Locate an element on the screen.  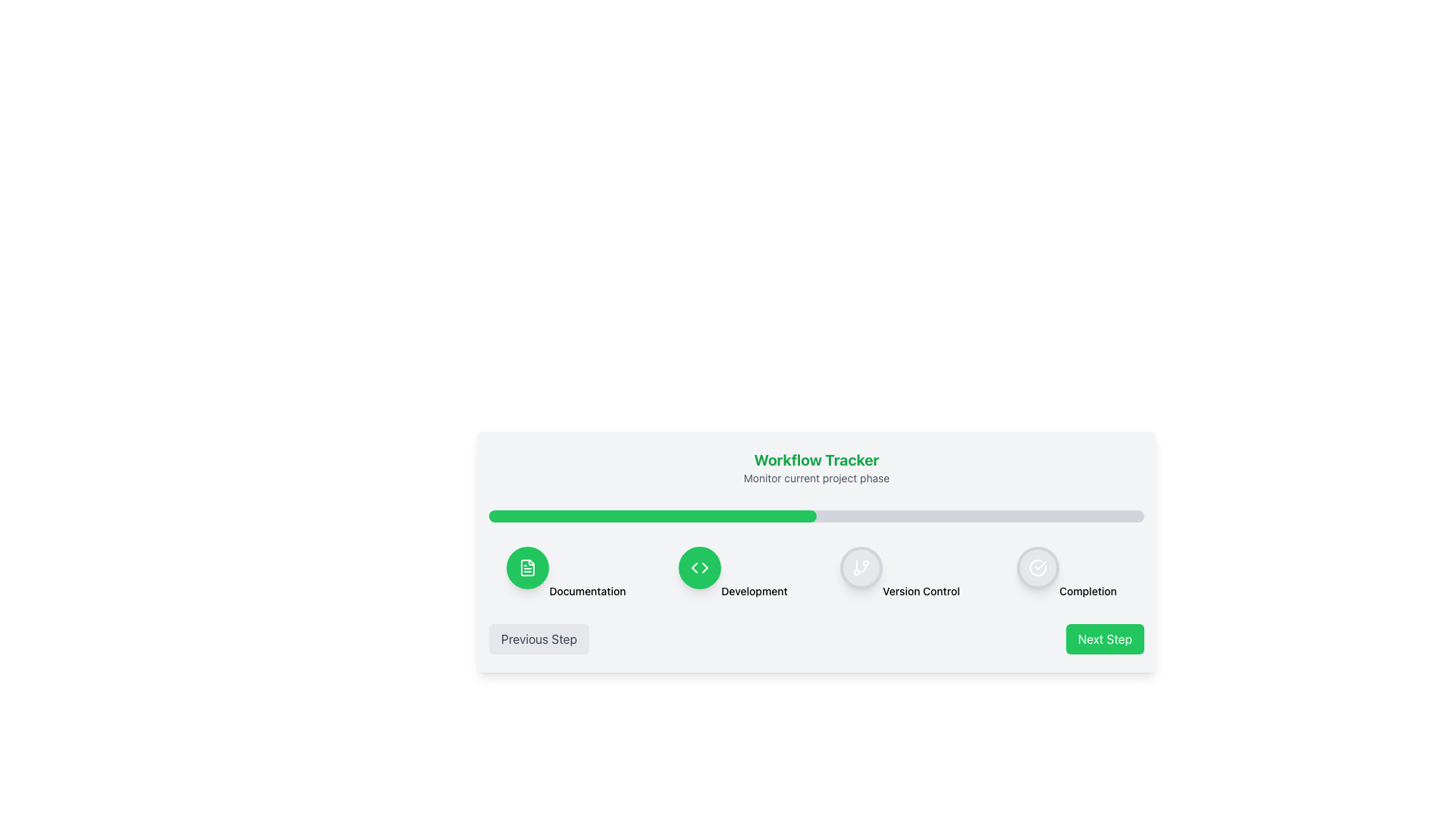
the progress bar that visually indicates half completion, located centrally below the 'Workflow Tracker' title and above the grid of circular icons is located at coordinates (815, 516).